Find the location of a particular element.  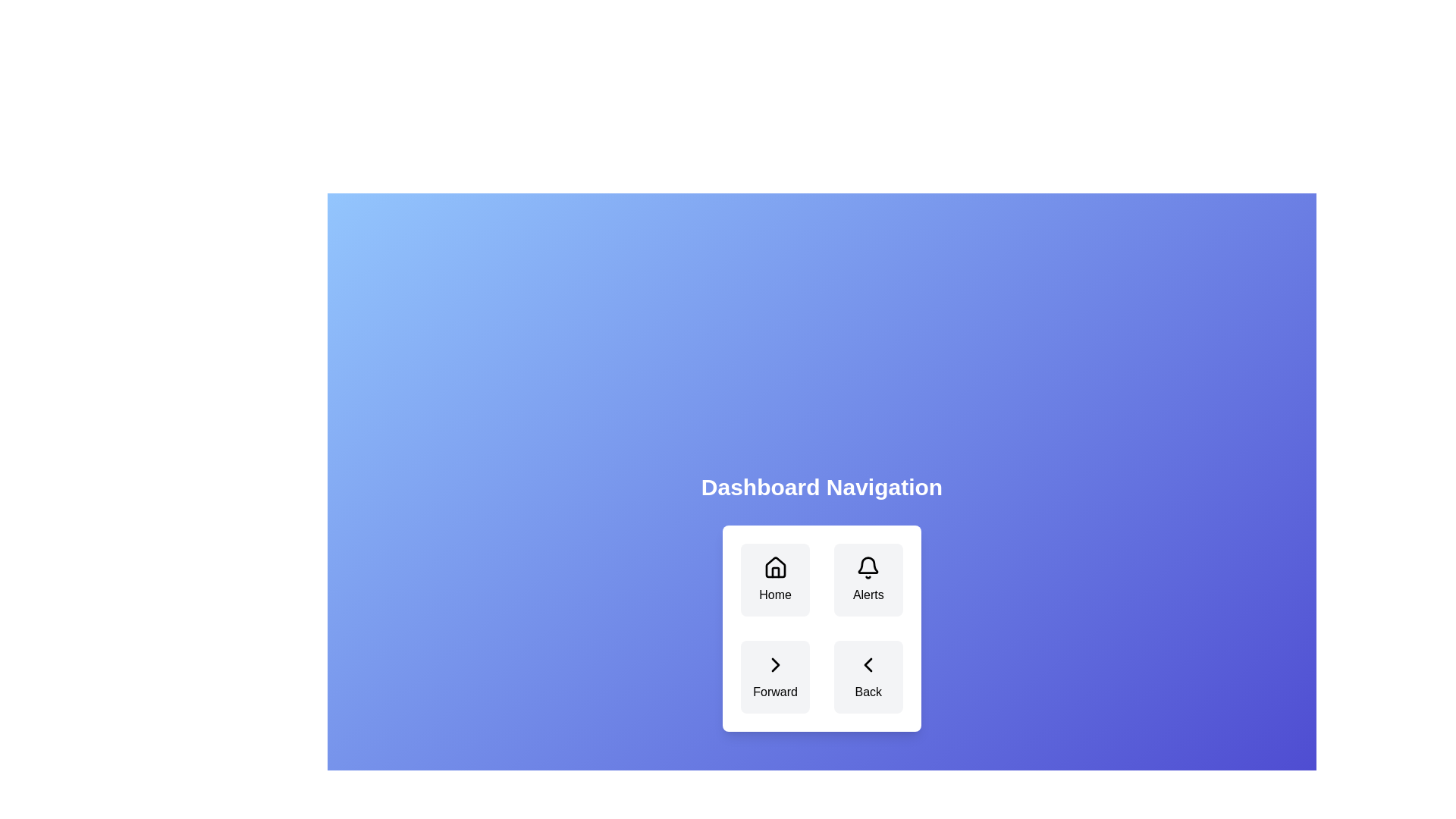

the 'Back' button located at the bottom-right corner of the grid, which features a left arrow icon and has a gray background with rounded corners is located at coordinates (868, 676).